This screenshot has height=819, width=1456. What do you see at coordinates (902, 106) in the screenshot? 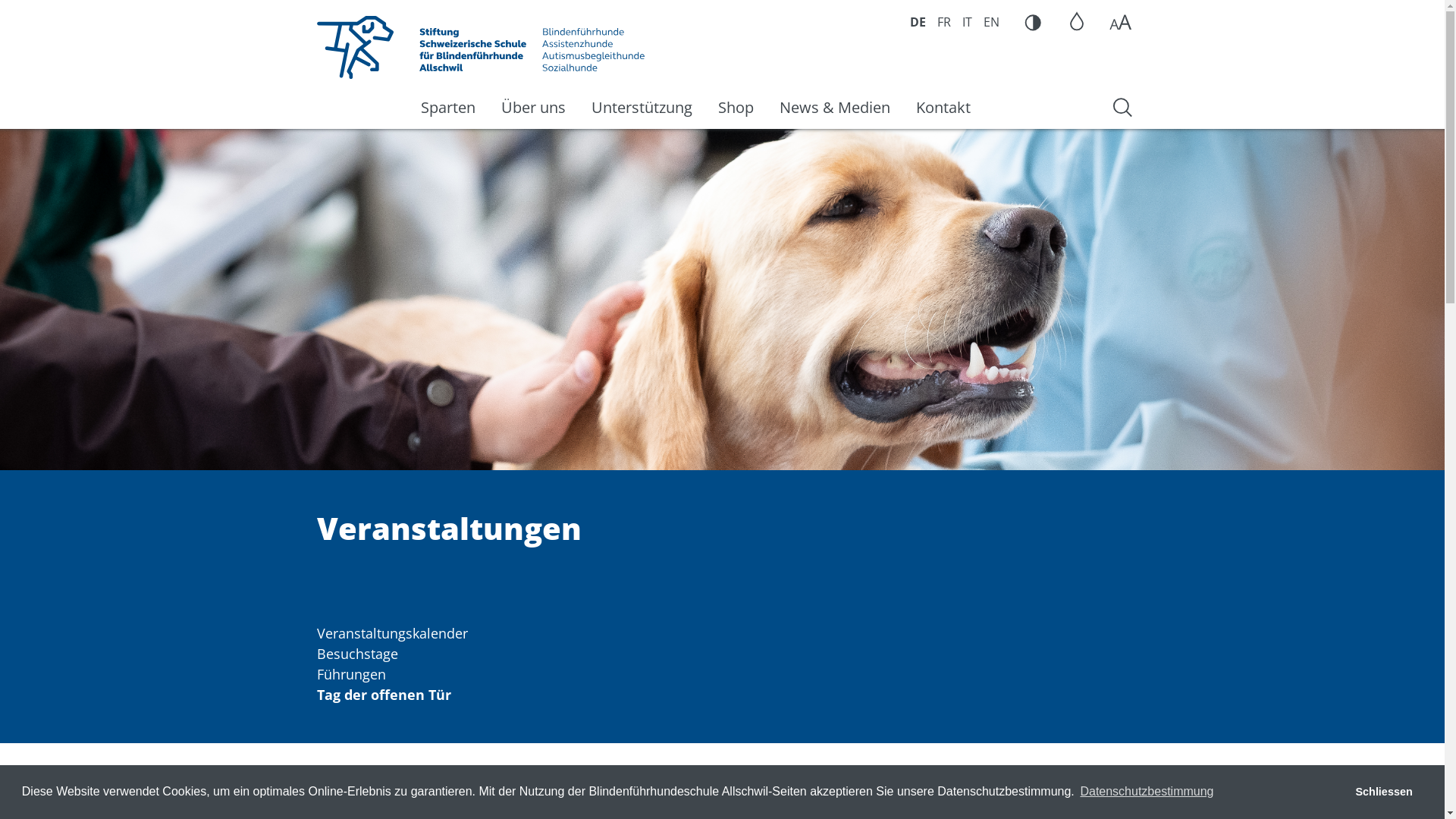
I see `'Kontakt'` at bounding box center [902, 106].